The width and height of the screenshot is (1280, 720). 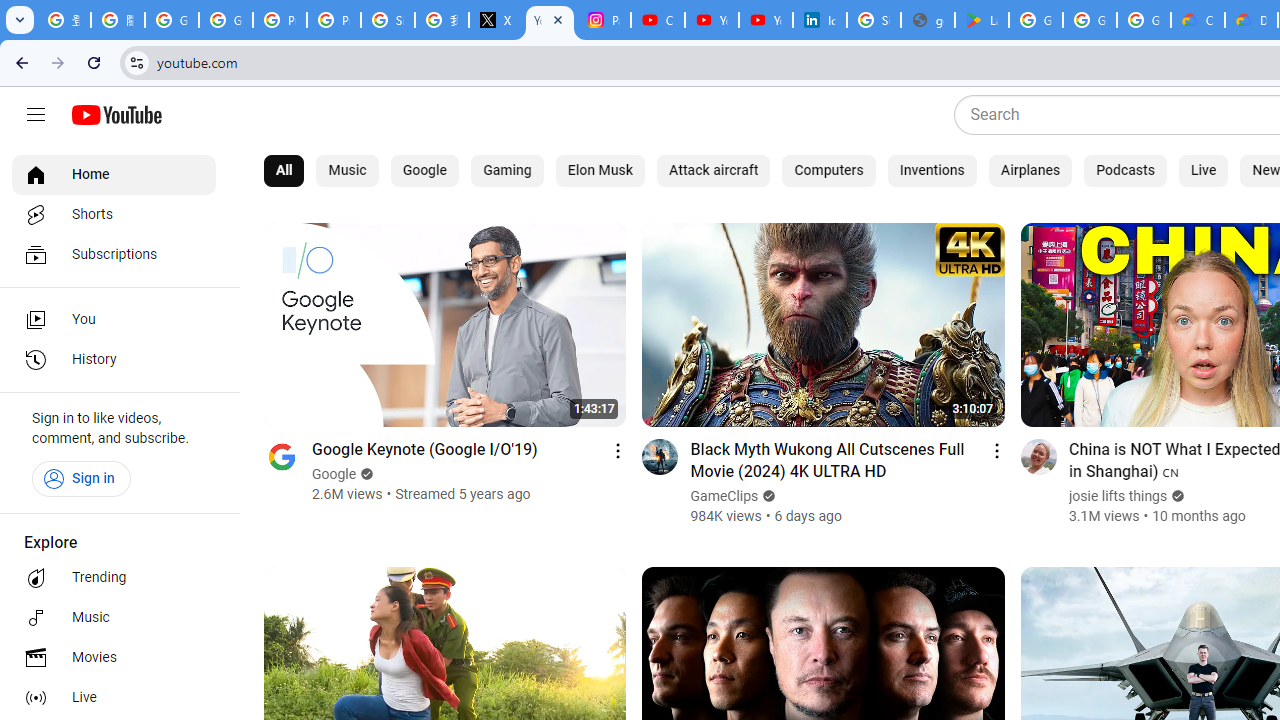 What do you see at coordinates (283, 170) in the screenshot?
I see `'All'` at bounding box center [283, 170].